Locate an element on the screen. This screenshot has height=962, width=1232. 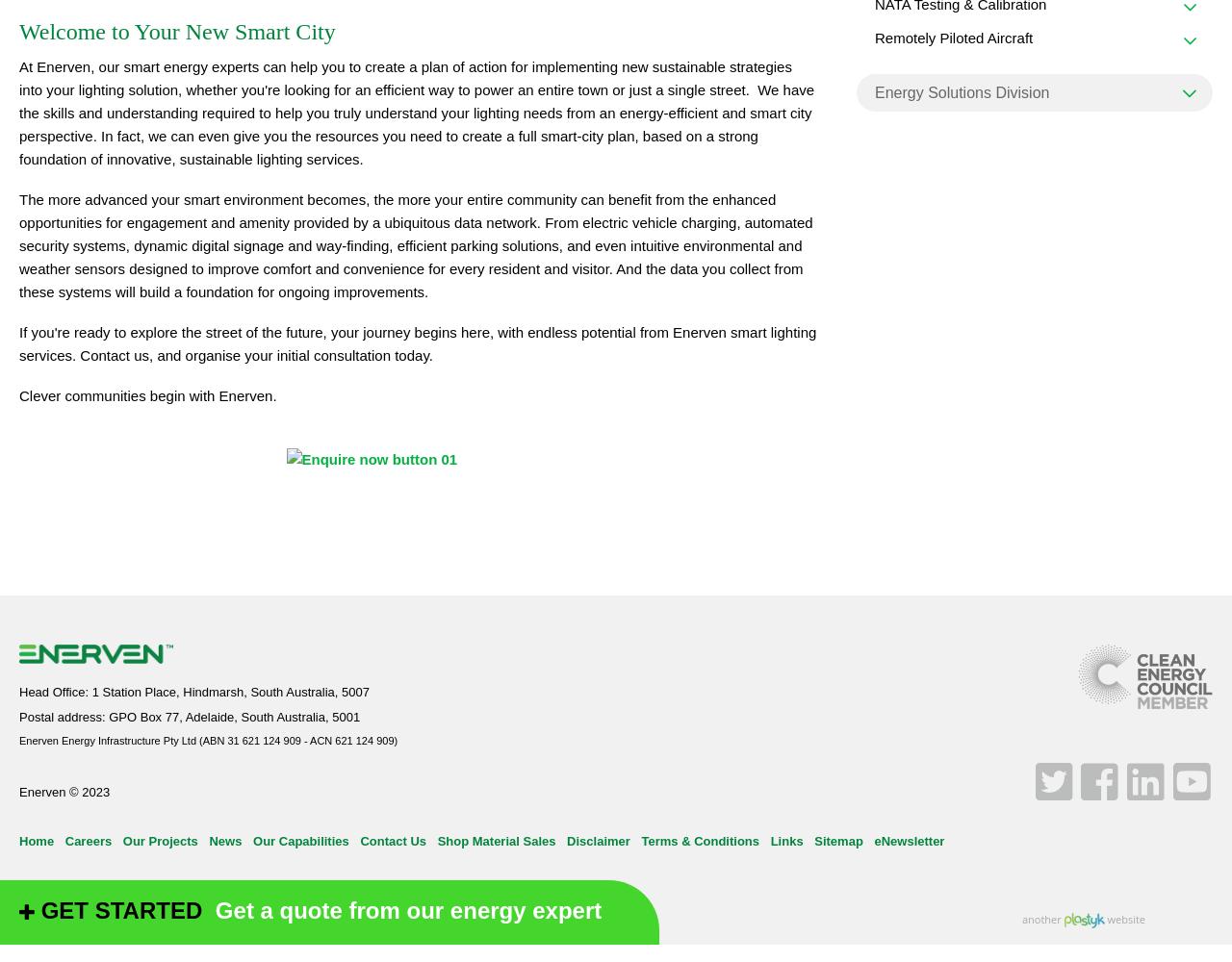
'website' is located at coordinates (1104, 917).